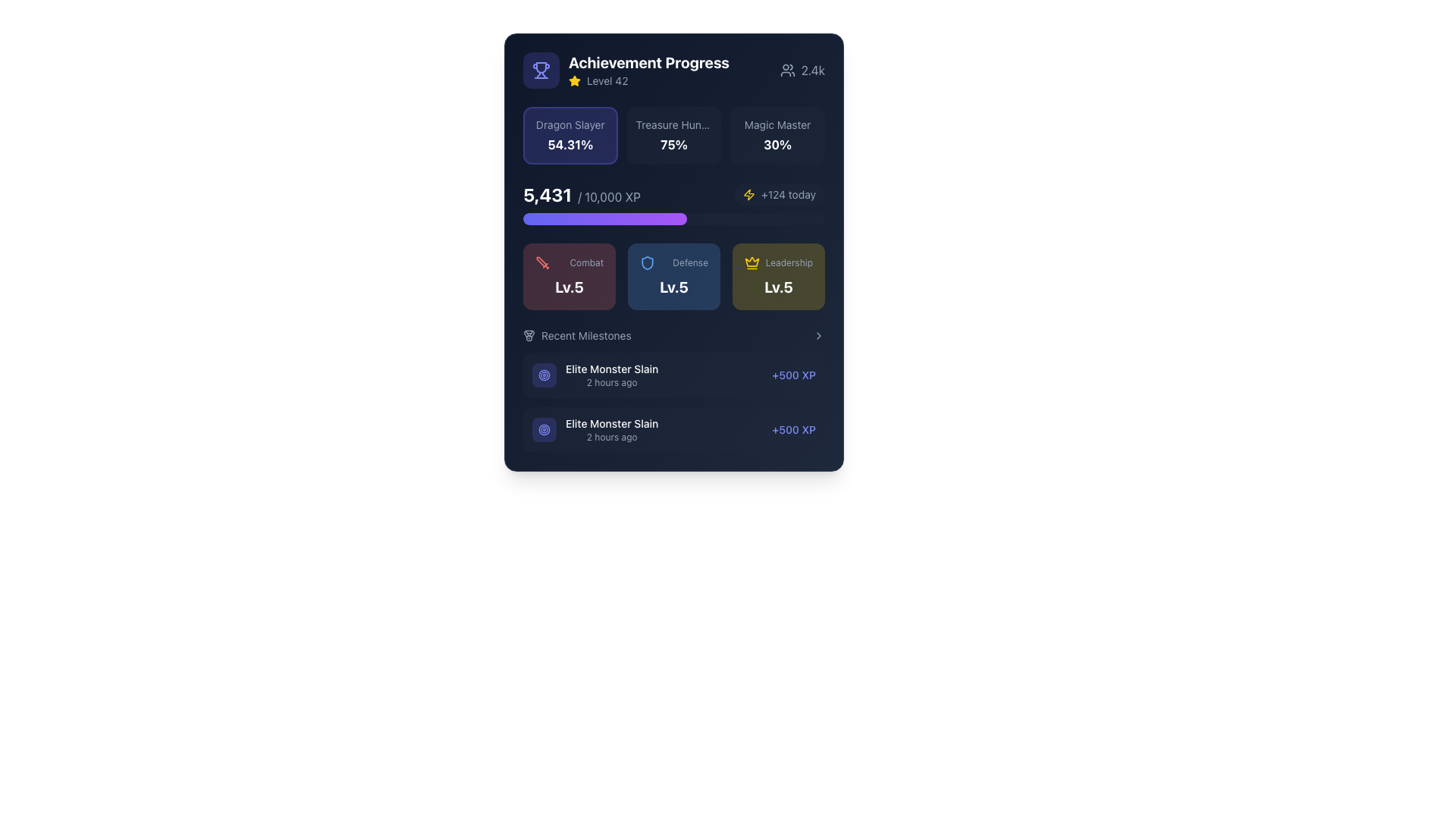 The height and width of the screenshot is (819, 1456). Describe the element at coordinates (576, 335) in the screenshot. I see `the 'Recent Milestones' text label with medal icon, located beneath the 'Lv.5' cards in the 'Achievement Progress' section` at that location.